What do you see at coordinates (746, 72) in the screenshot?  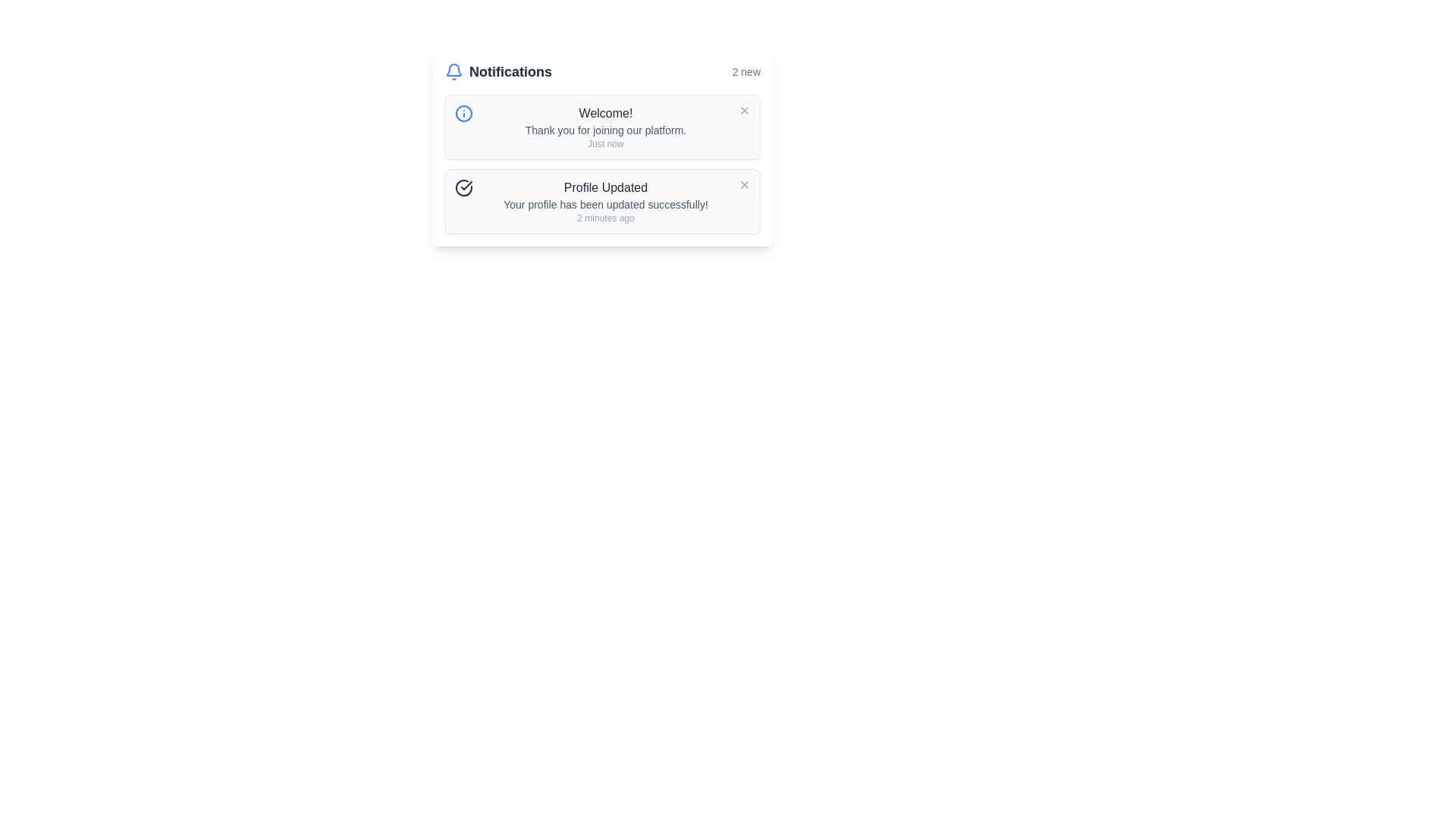 I see `the notification counter text label, which is located at the far-right corner of the header section and indicates the number of new notifications available` at bounding box center [746, 72].